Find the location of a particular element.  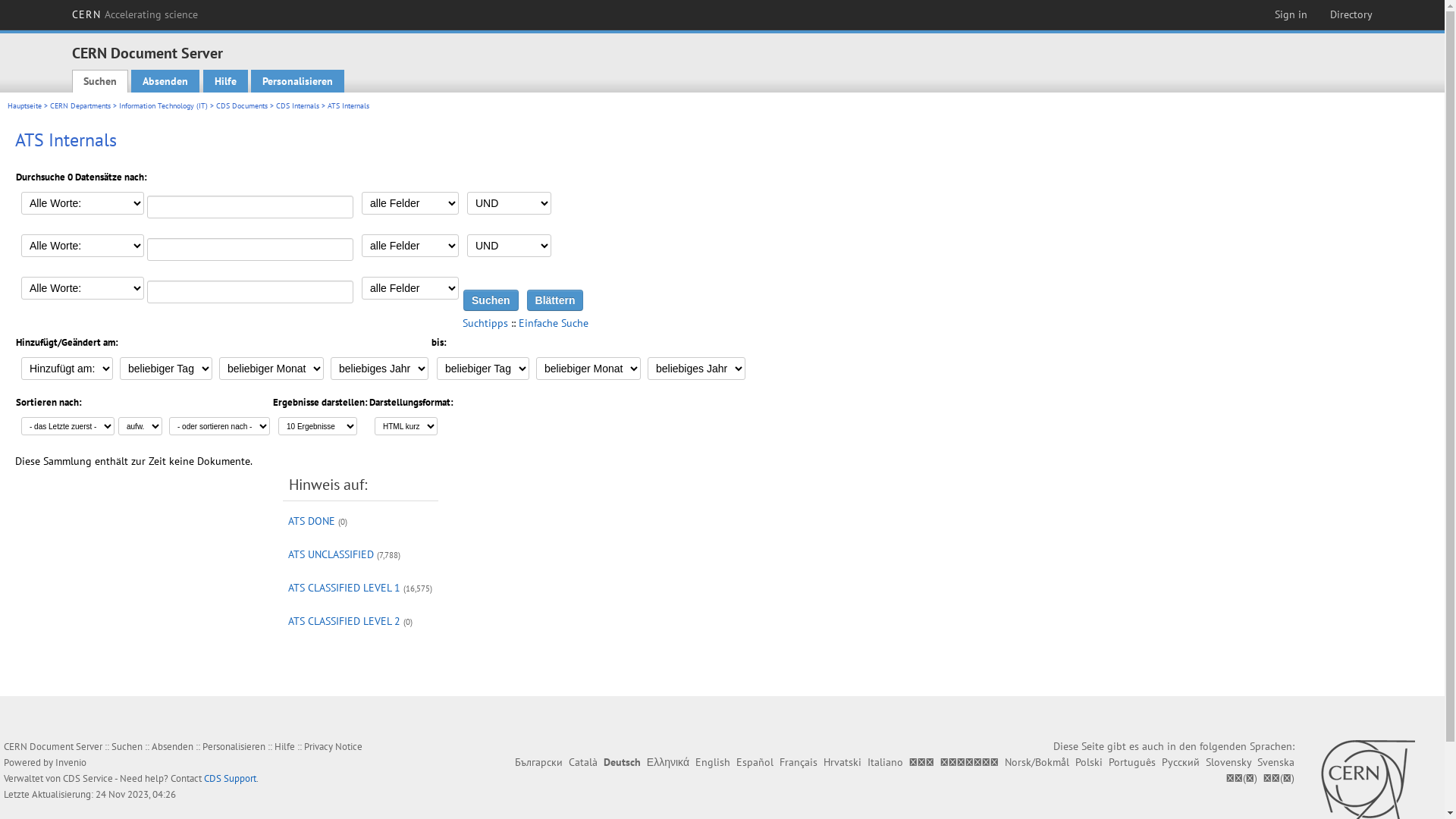

'CDS Internals' is located at coordinates (297, 105).